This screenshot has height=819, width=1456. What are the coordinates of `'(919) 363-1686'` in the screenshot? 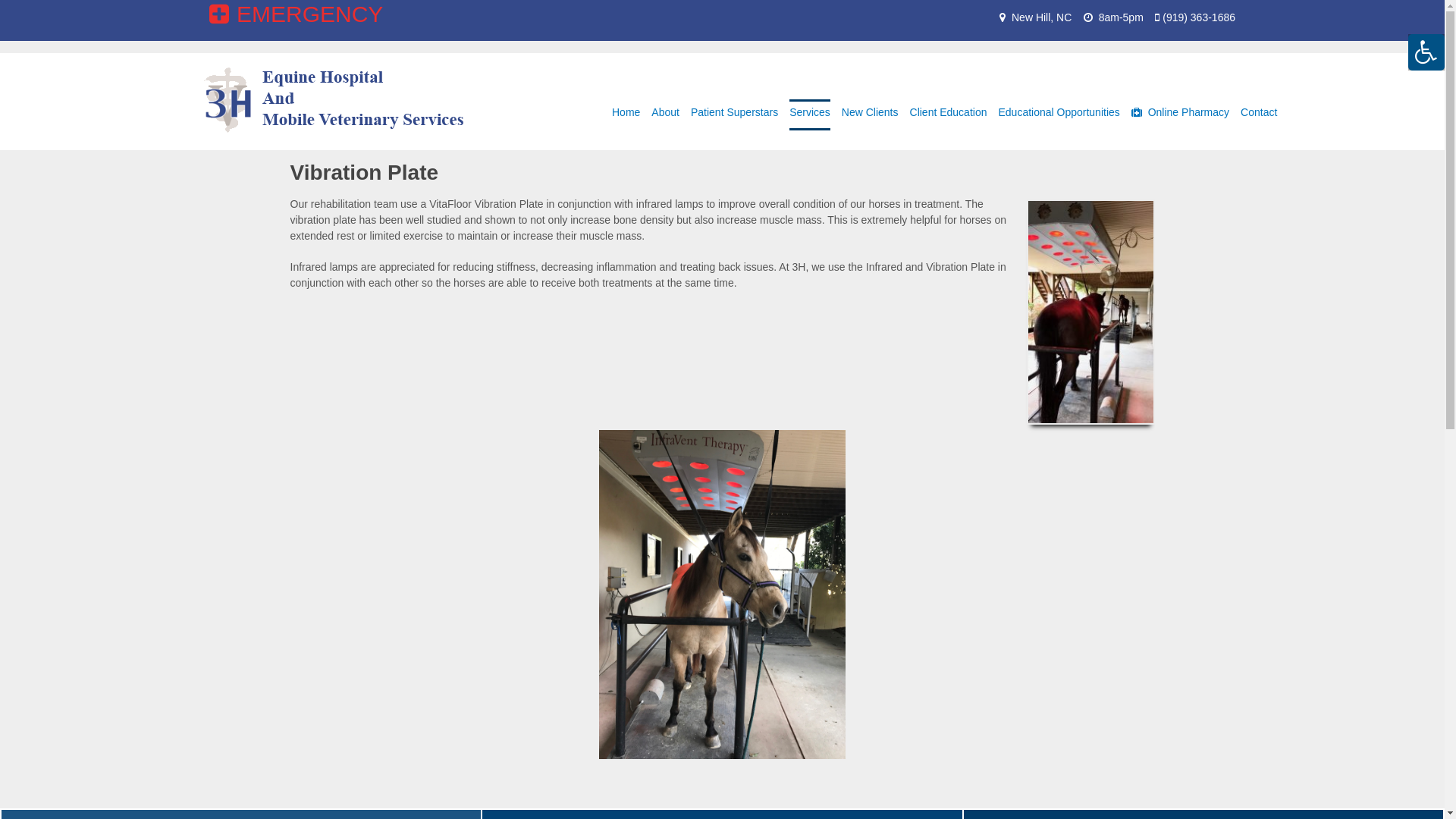 It's located at (1197, 17).